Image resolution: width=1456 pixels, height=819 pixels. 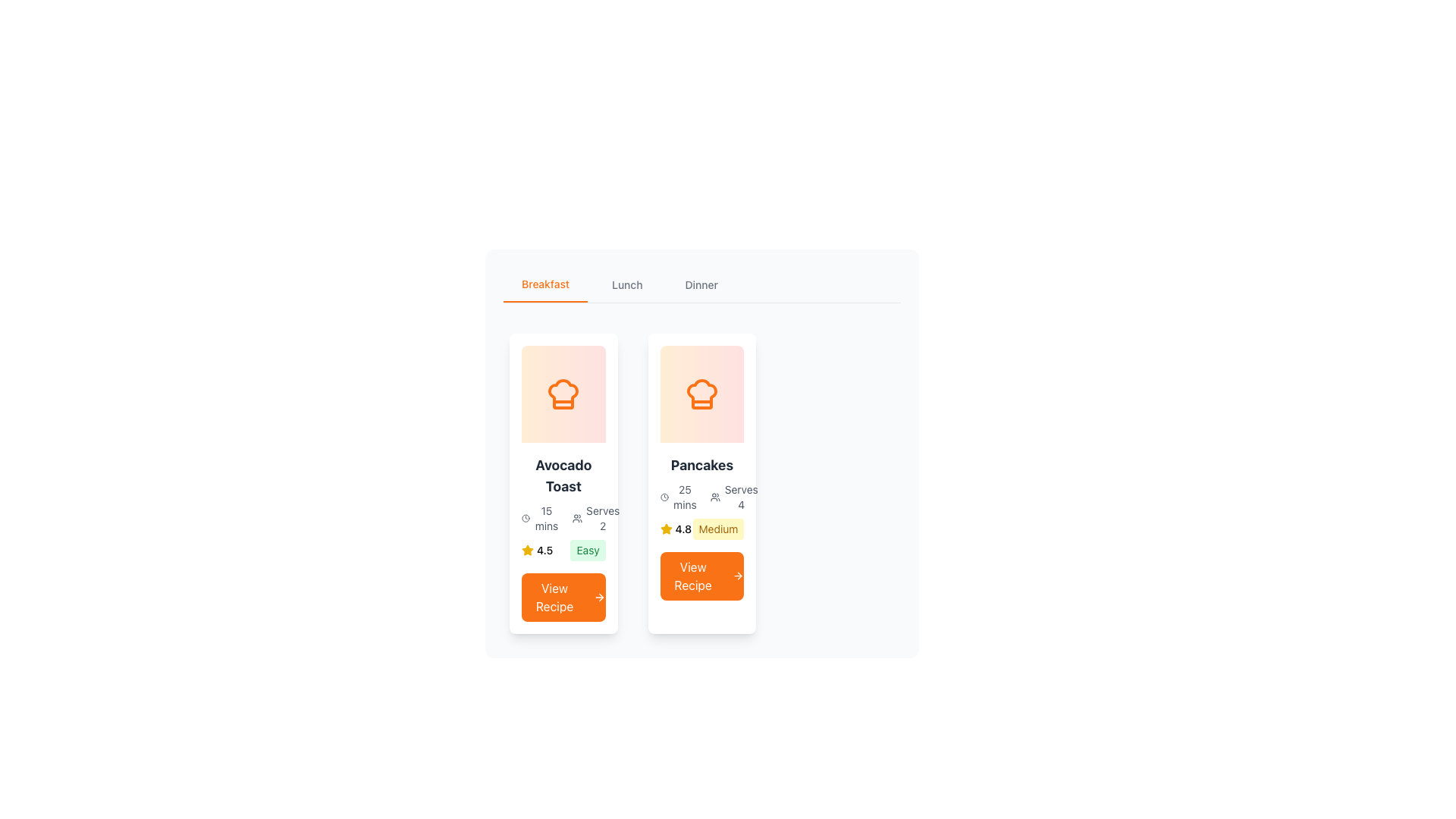 I want to click on the details of the gray-colored icon resembling a group of people, located to the left of the 'Serves 2' text within the 'Avocado Toast' card, so click(x=576, y=517).